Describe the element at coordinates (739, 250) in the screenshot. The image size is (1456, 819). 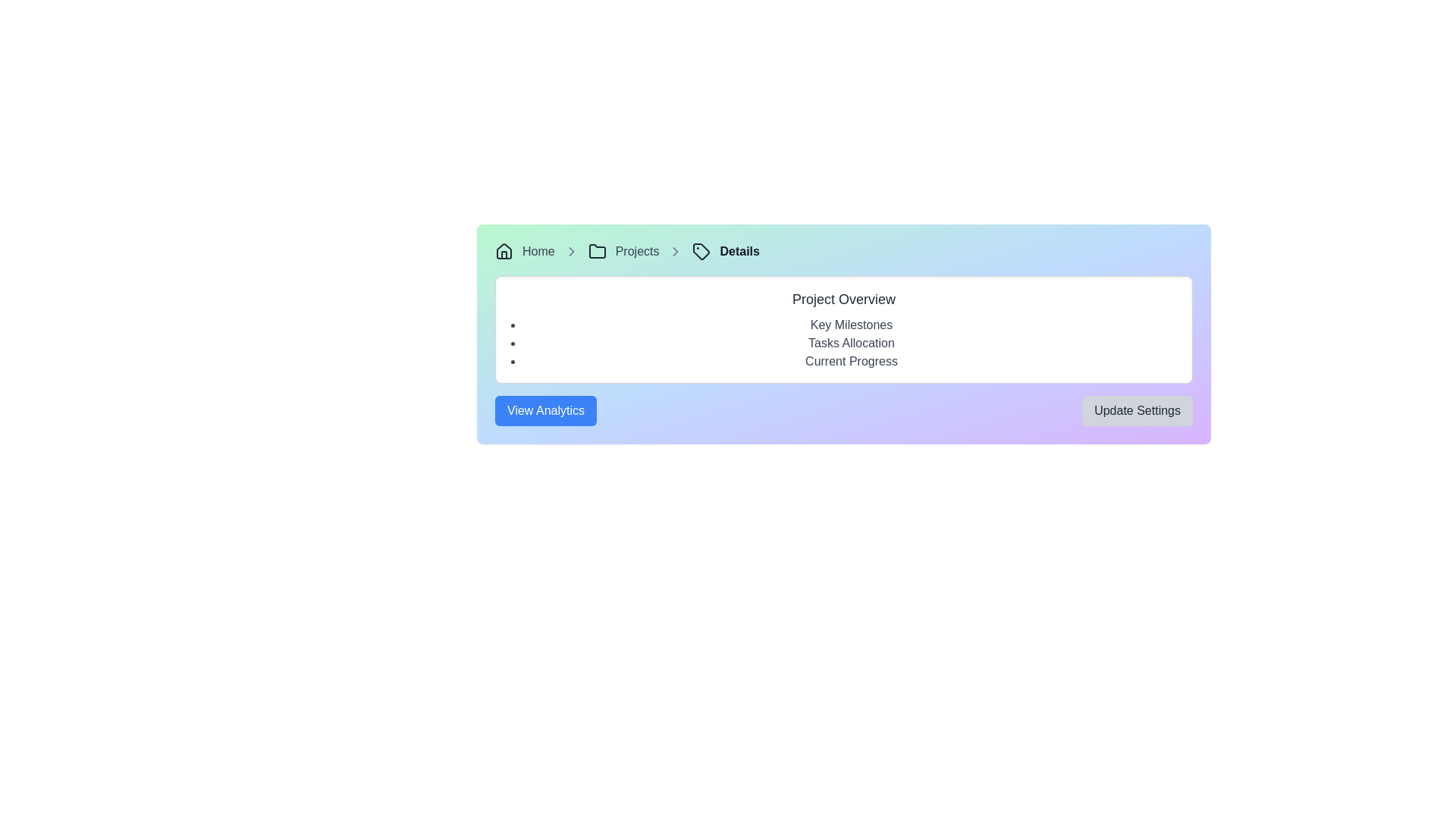
I see `the 'Details' static text label in the breadcrumb navigation, which is displayed in bold, dark gray font and is the third label after 'Home' and 'Projects'` at that location.